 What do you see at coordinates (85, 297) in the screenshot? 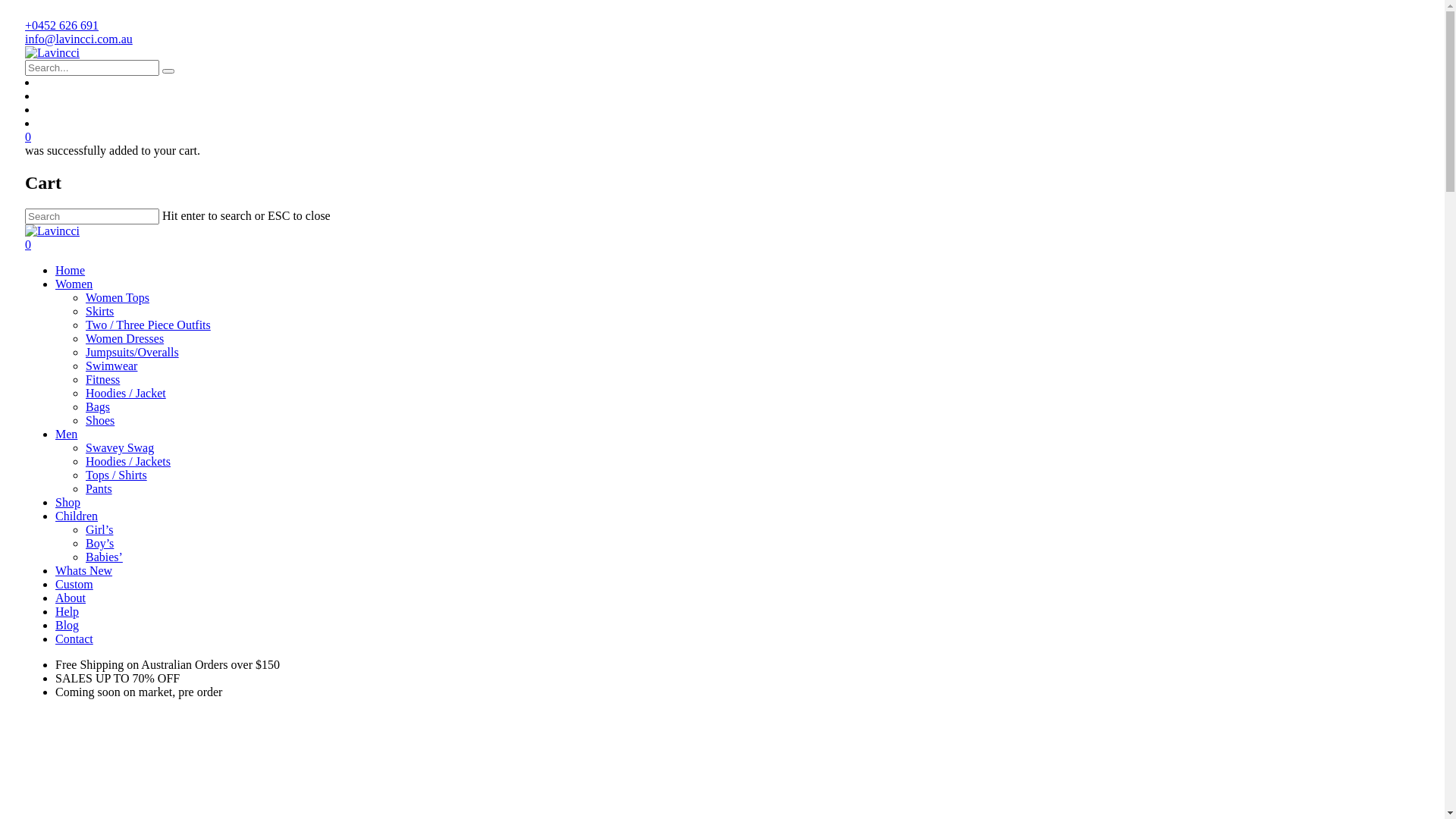
I see `'Women Tops'` at bounding box center [85, 297].